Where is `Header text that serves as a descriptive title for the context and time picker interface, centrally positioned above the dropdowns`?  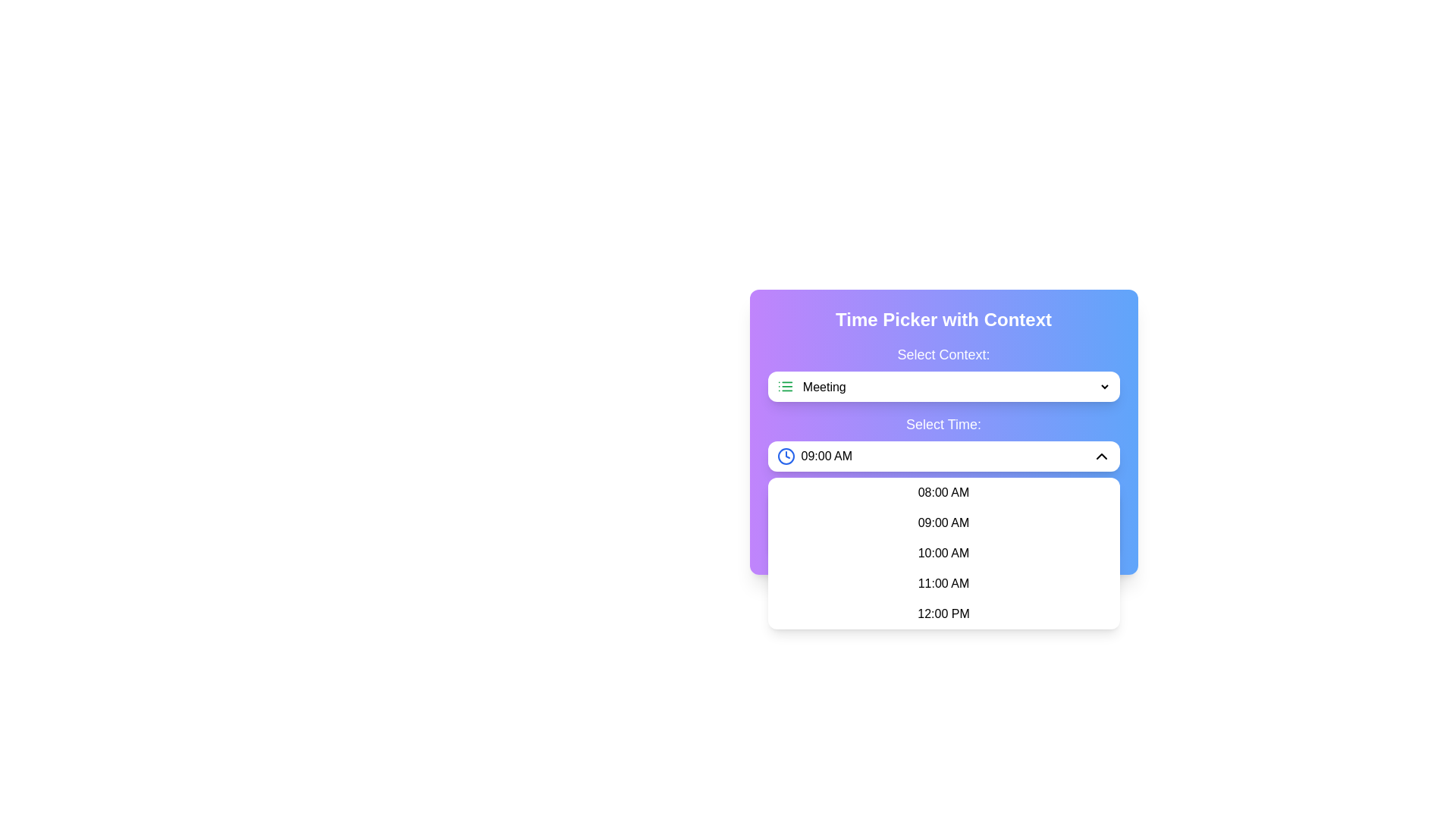 Header text that serves as a descriptive title for the context and time picker interface, centrally positioned above the dropdowns is located at coordinates (943, 318).